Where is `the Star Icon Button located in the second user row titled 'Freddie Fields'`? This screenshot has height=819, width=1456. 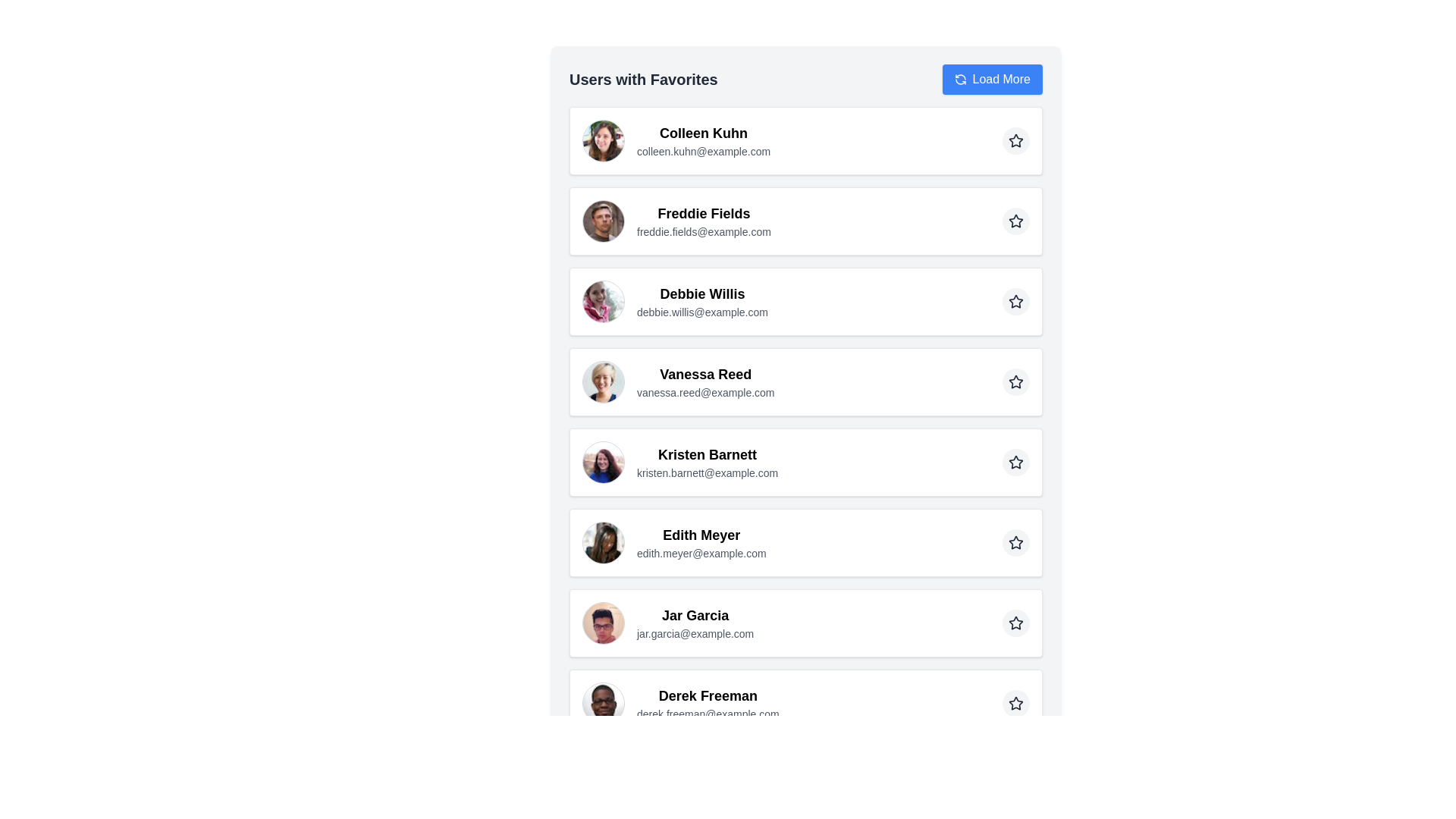
the Star Icon Button located in the second user row titled 'Freddie Fields' is located at coordinates (1015, 221).